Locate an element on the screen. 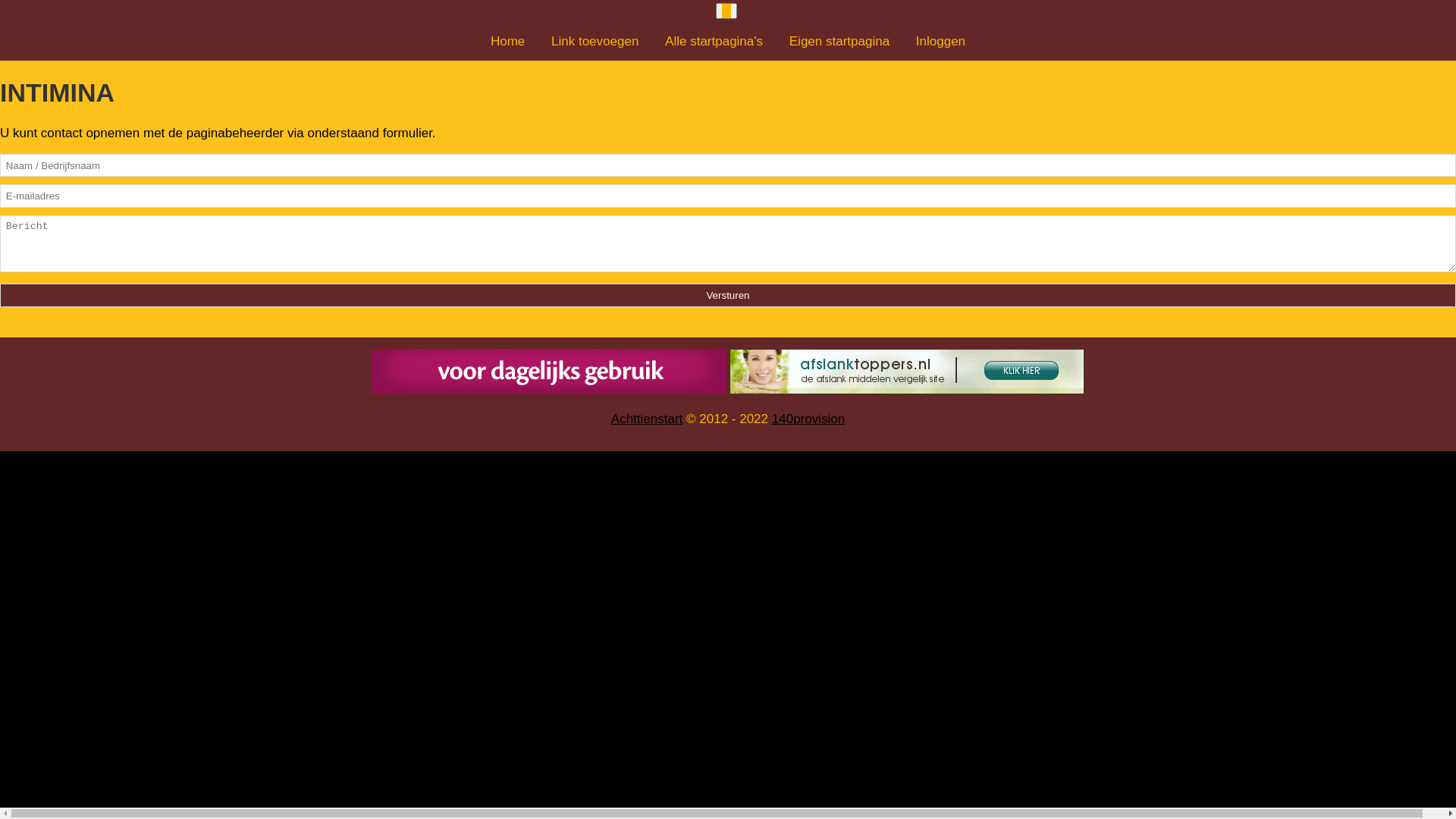 Image resolution: width=1456 pixels, height=819 pixels. 'Link toevoegen' is located at coordinates (539, 40).